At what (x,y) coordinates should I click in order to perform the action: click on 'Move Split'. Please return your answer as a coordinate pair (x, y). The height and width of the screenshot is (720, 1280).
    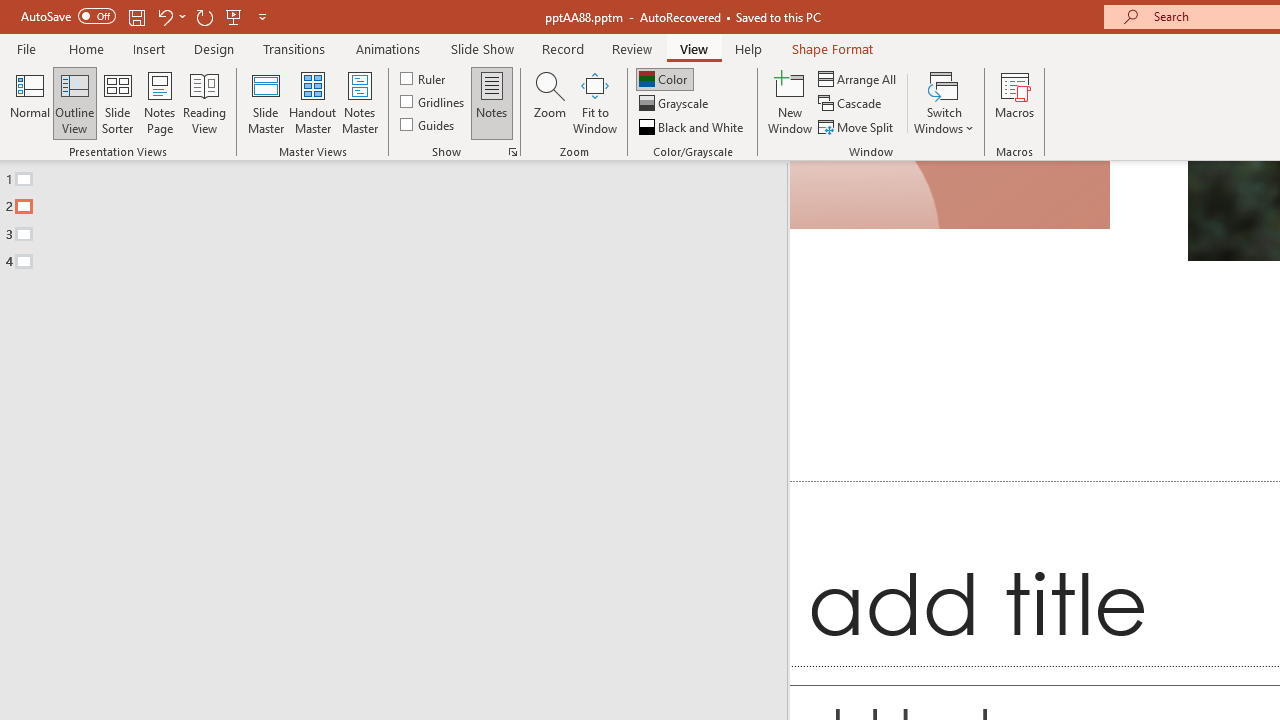
    Looking at the image, I should click on (857, 127).